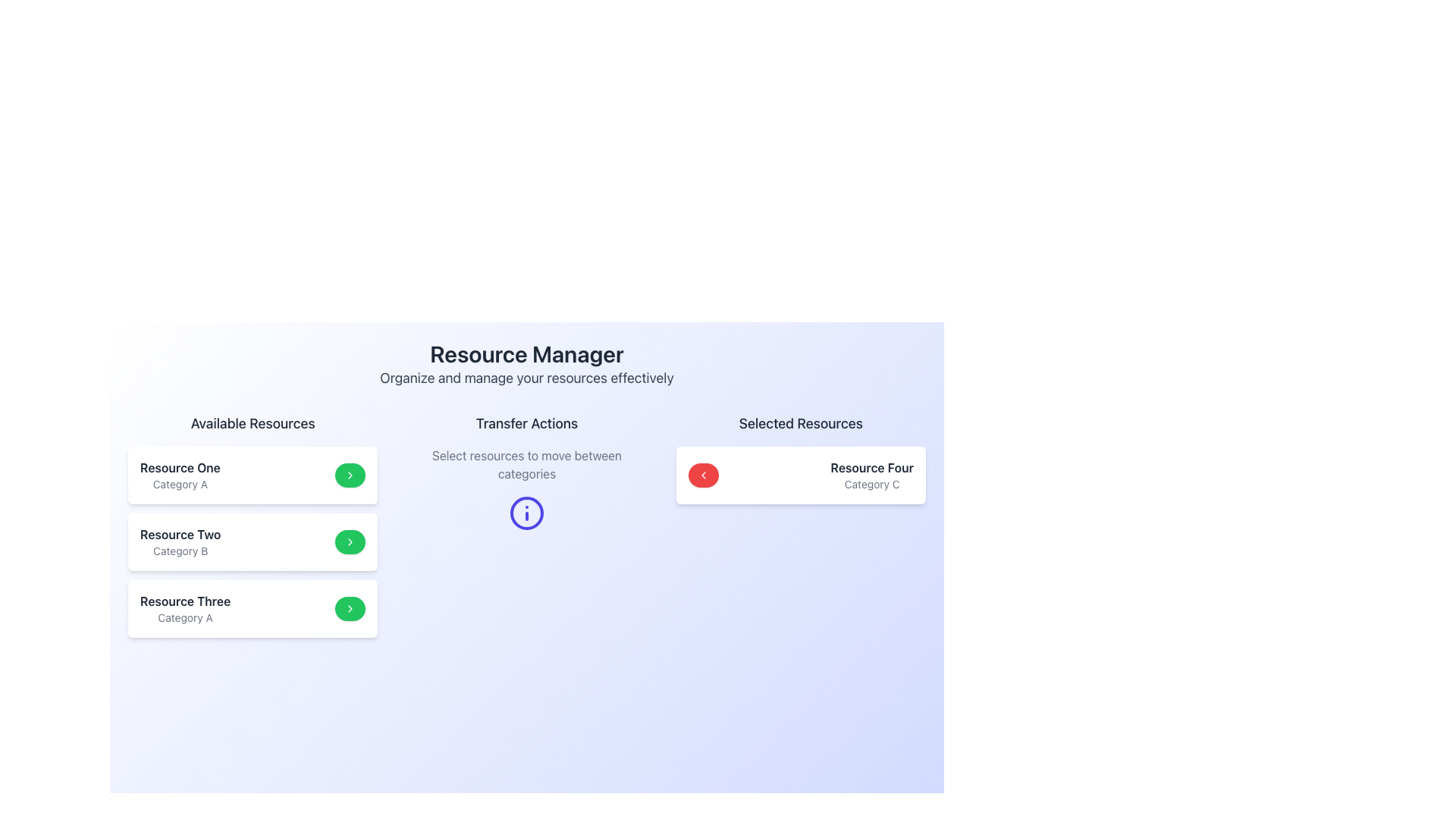 Image resolution: width=1456 pixels, height=819 pixels. What do you see at coordinates (253, 541) in the screenshot?
I see `the card representing 'Resource Two' in the 'Available Resources' panel` at bounding box center [253, 541].